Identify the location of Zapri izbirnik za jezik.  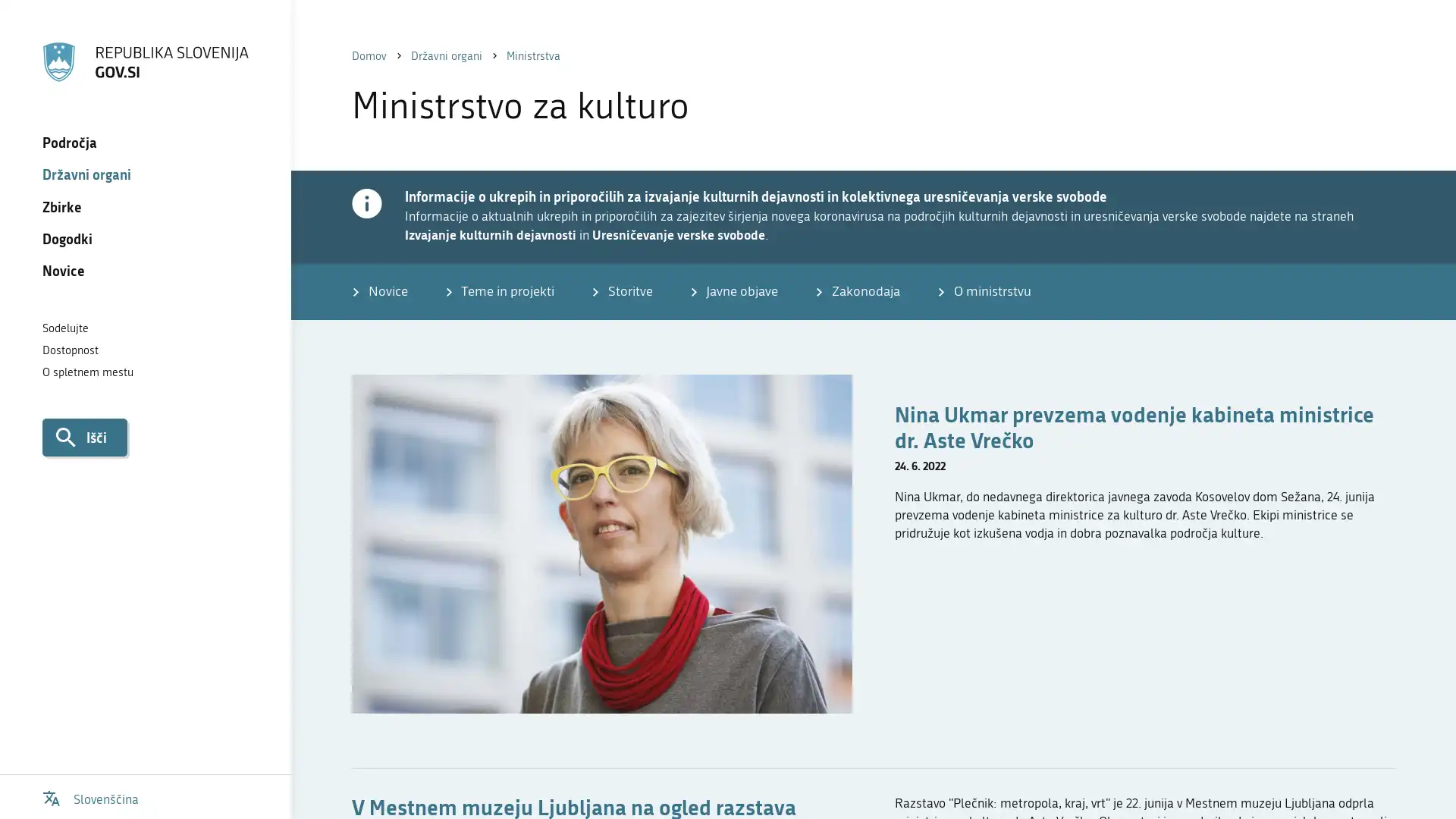
(1411, 37).